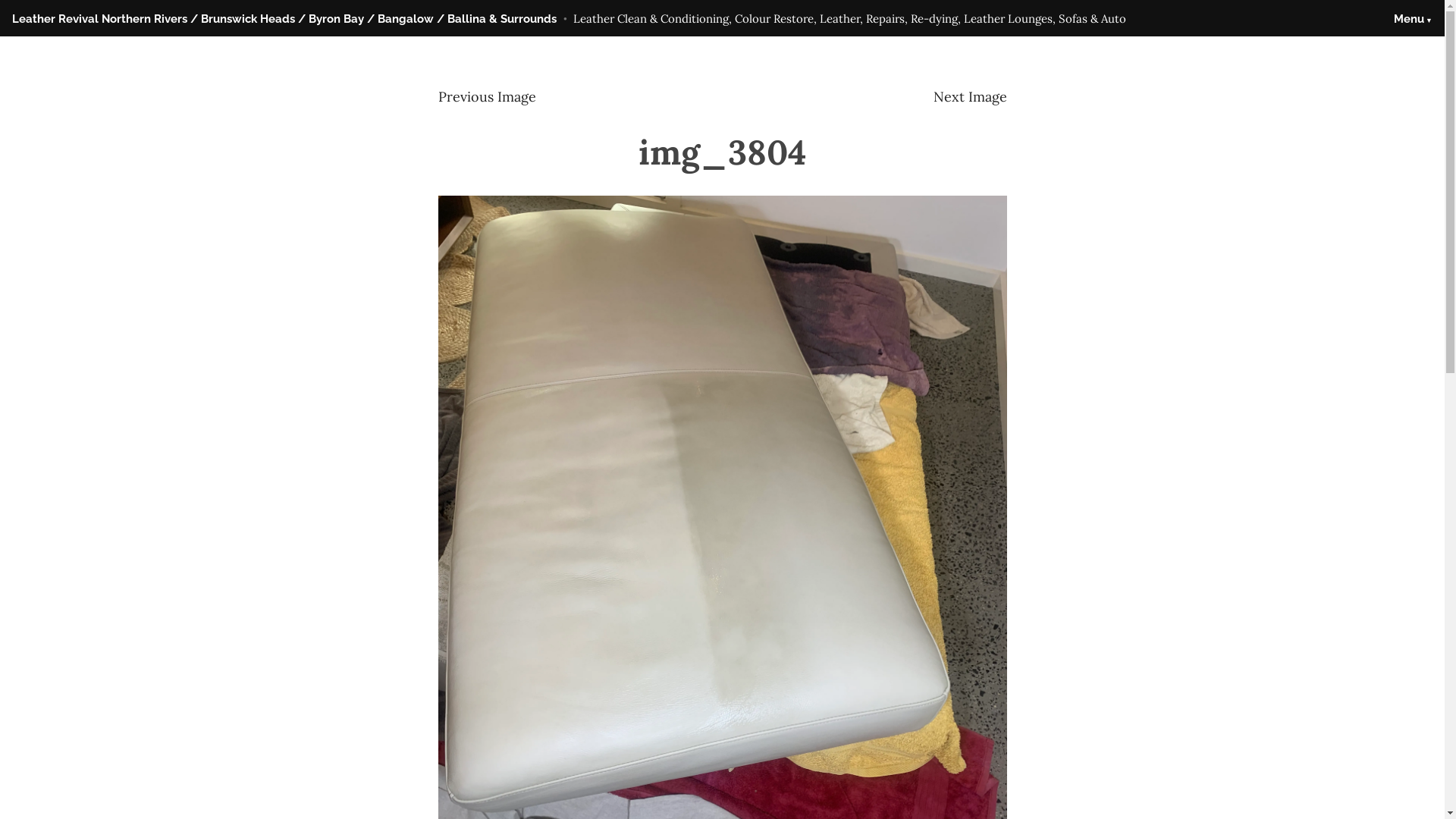 This screenshot has height=819, width=1456. I want to click on 'Previous Image', so click(437, 96).